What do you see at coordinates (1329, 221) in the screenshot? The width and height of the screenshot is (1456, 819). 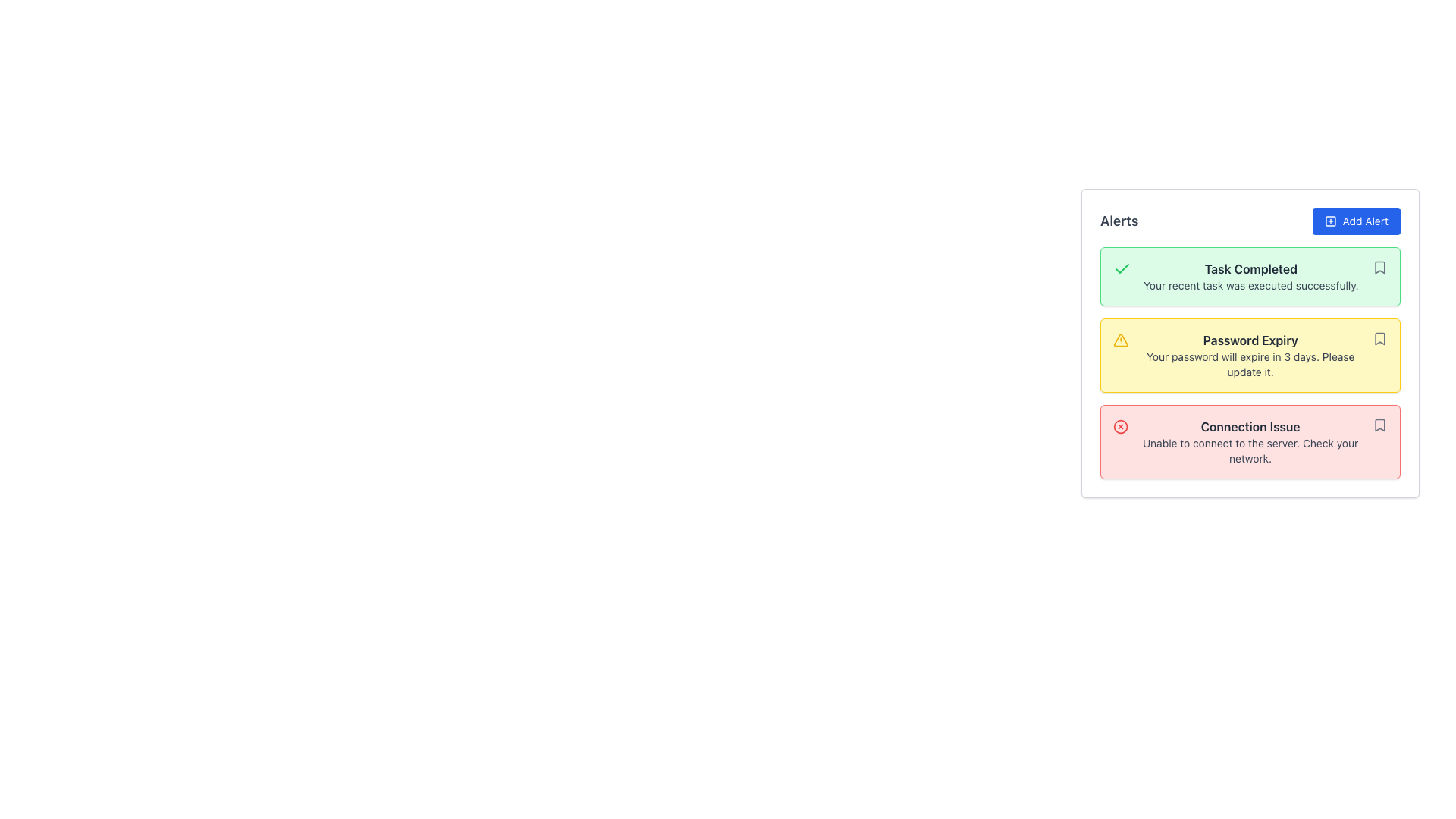 I see `the SVG Shape (Rounded Square) located in the top-right corner of the 'Alerts' card, adjacent to the 'Add Alert' button` at bounding box center [1329, 221].